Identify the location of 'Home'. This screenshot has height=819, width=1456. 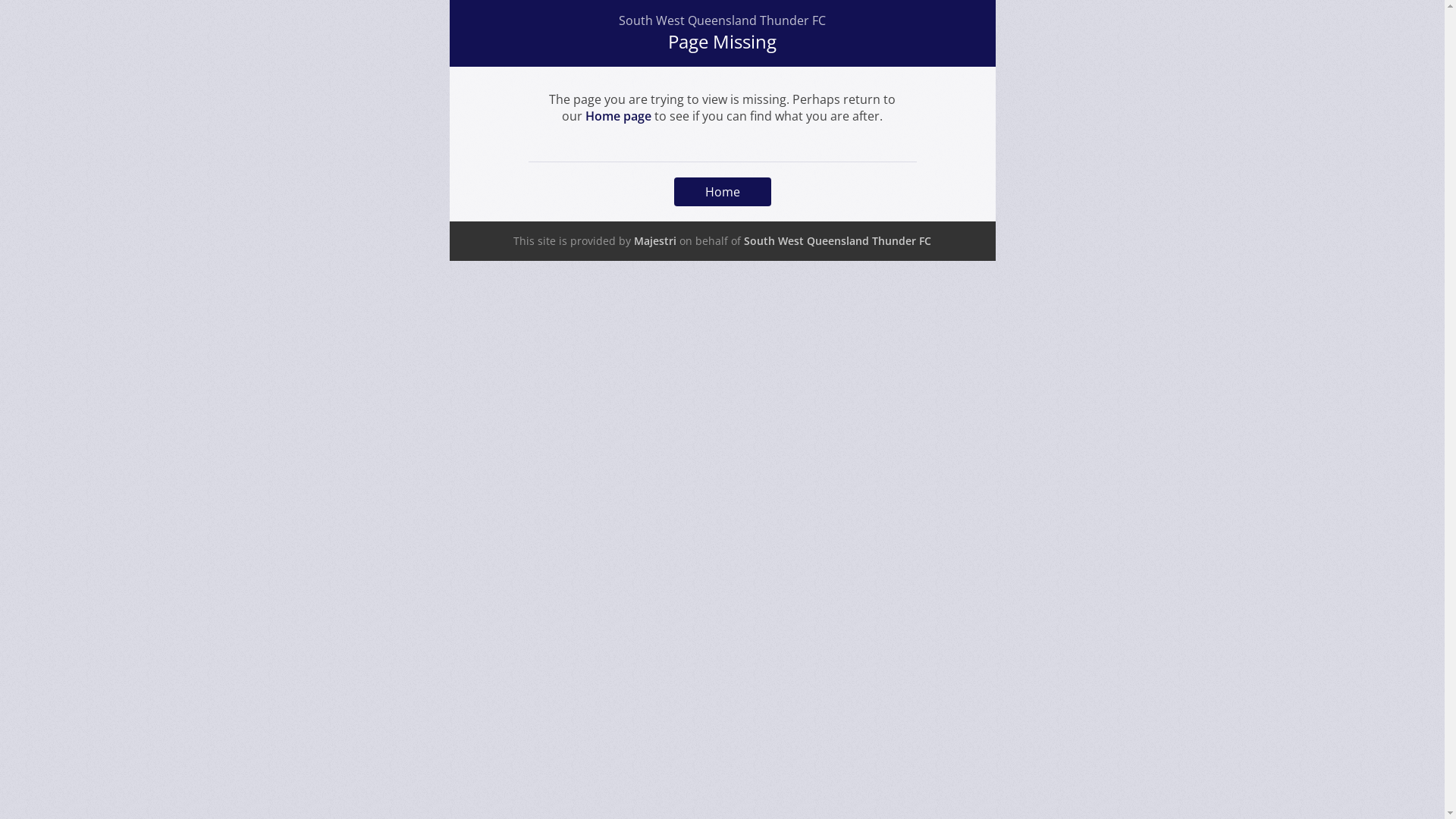
(720, 191).